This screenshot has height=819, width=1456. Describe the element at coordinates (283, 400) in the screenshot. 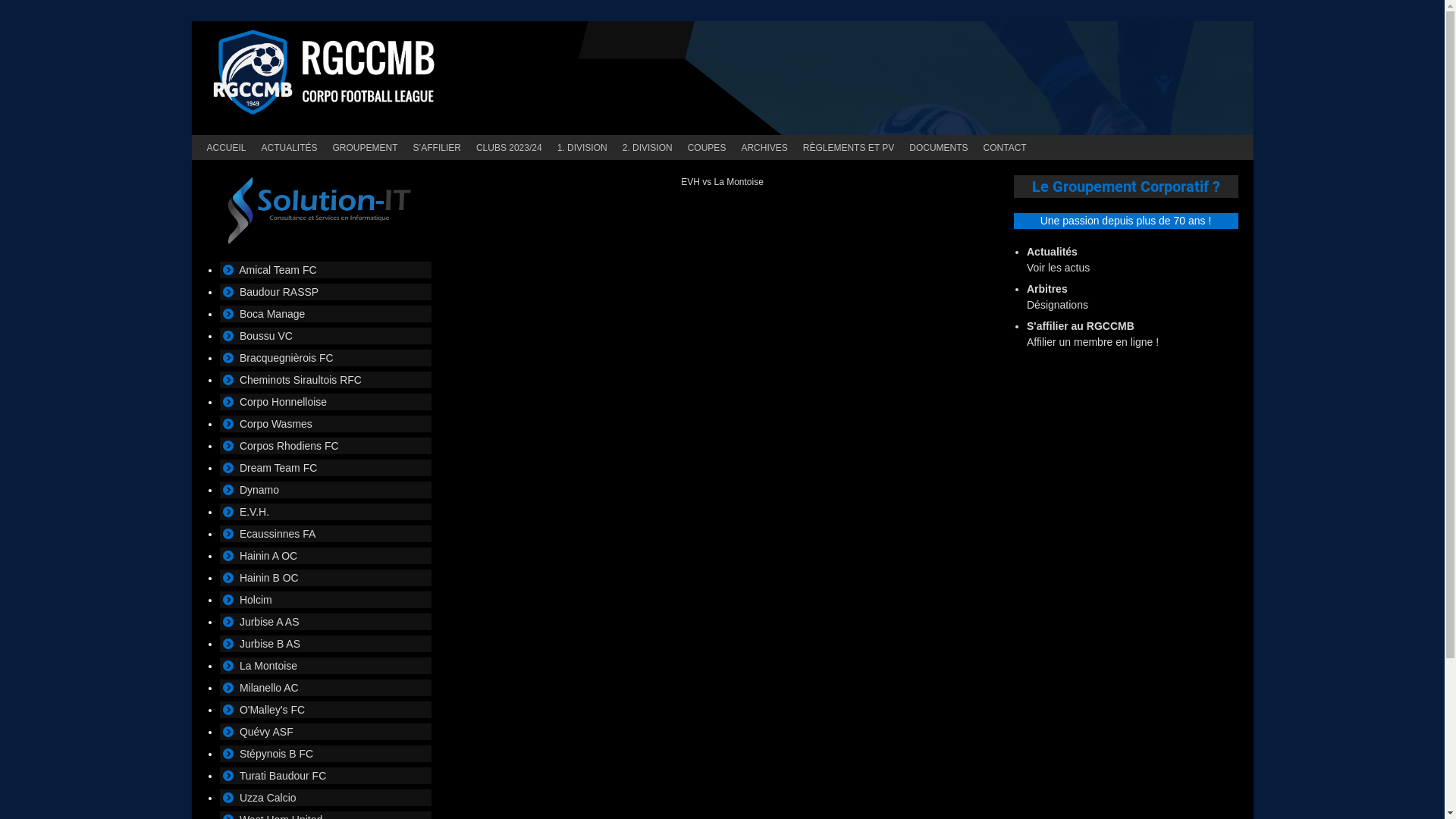

I see `'Corpo Honnelloise'` at that location.